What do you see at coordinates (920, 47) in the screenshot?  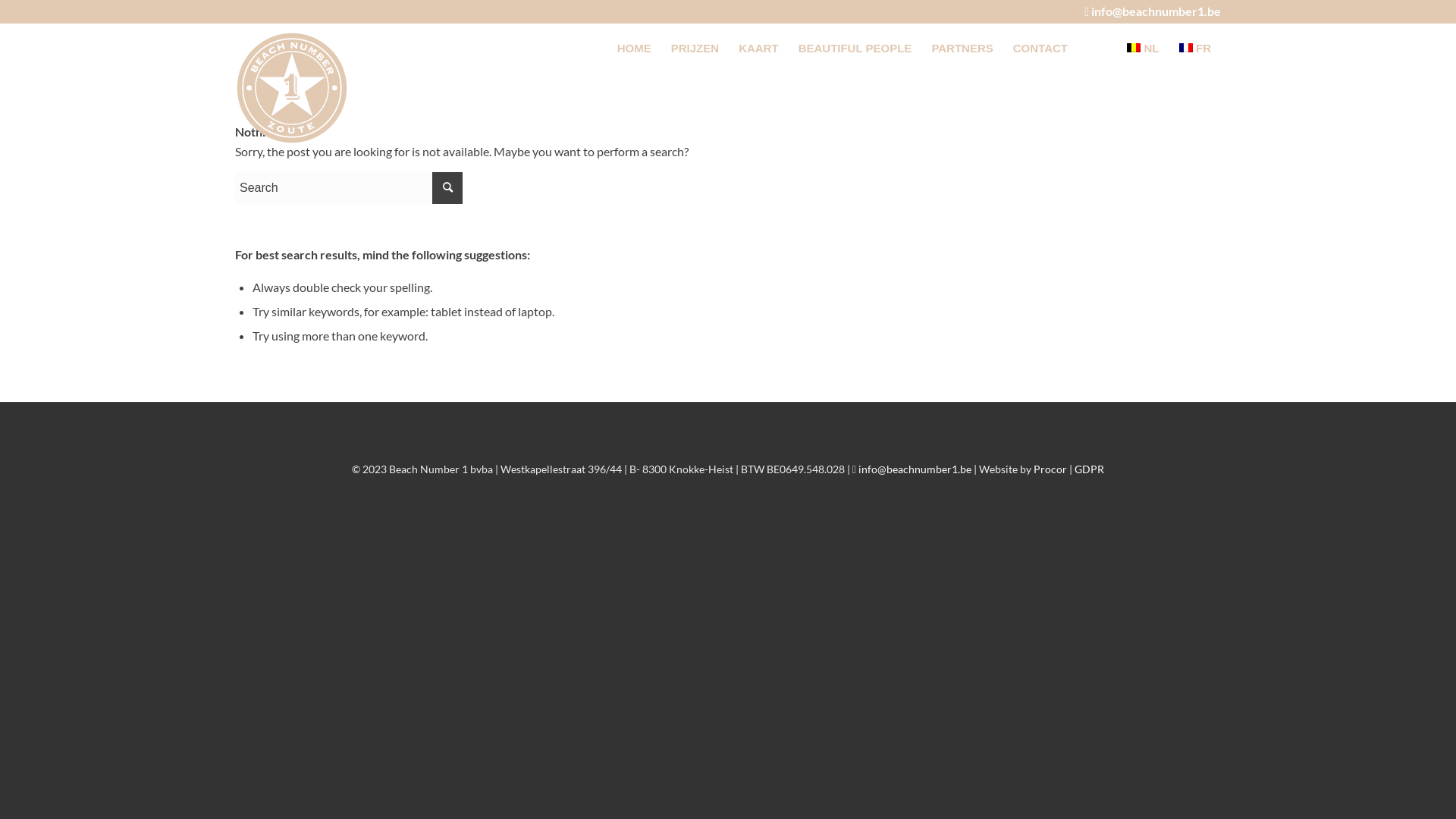 I see `'PARTNERS'` at bounding box center [920, 47].